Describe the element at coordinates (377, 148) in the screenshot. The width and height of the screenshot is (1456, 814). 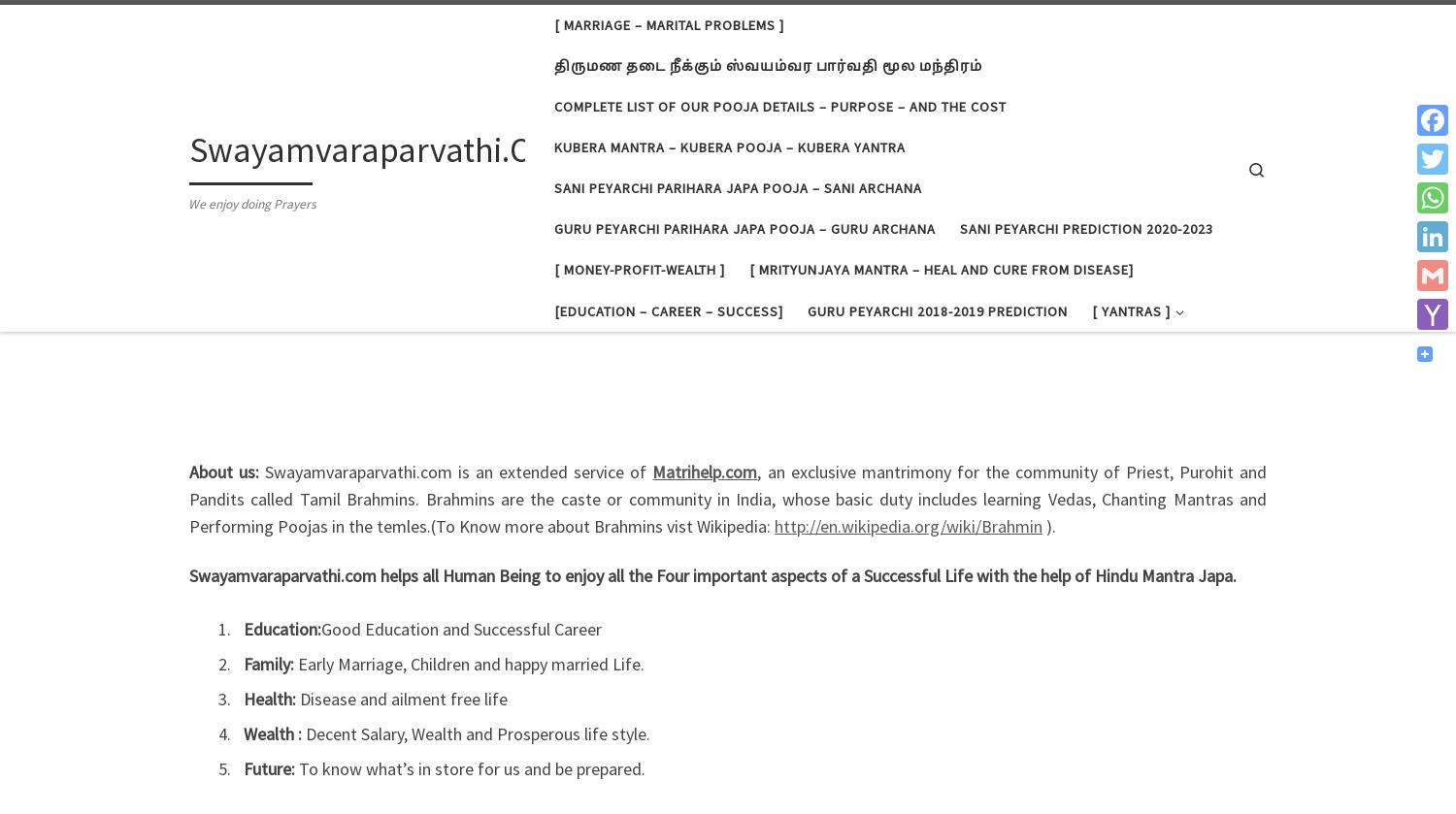
I see `'Swayamvaraparvathi.Org'` at that location.